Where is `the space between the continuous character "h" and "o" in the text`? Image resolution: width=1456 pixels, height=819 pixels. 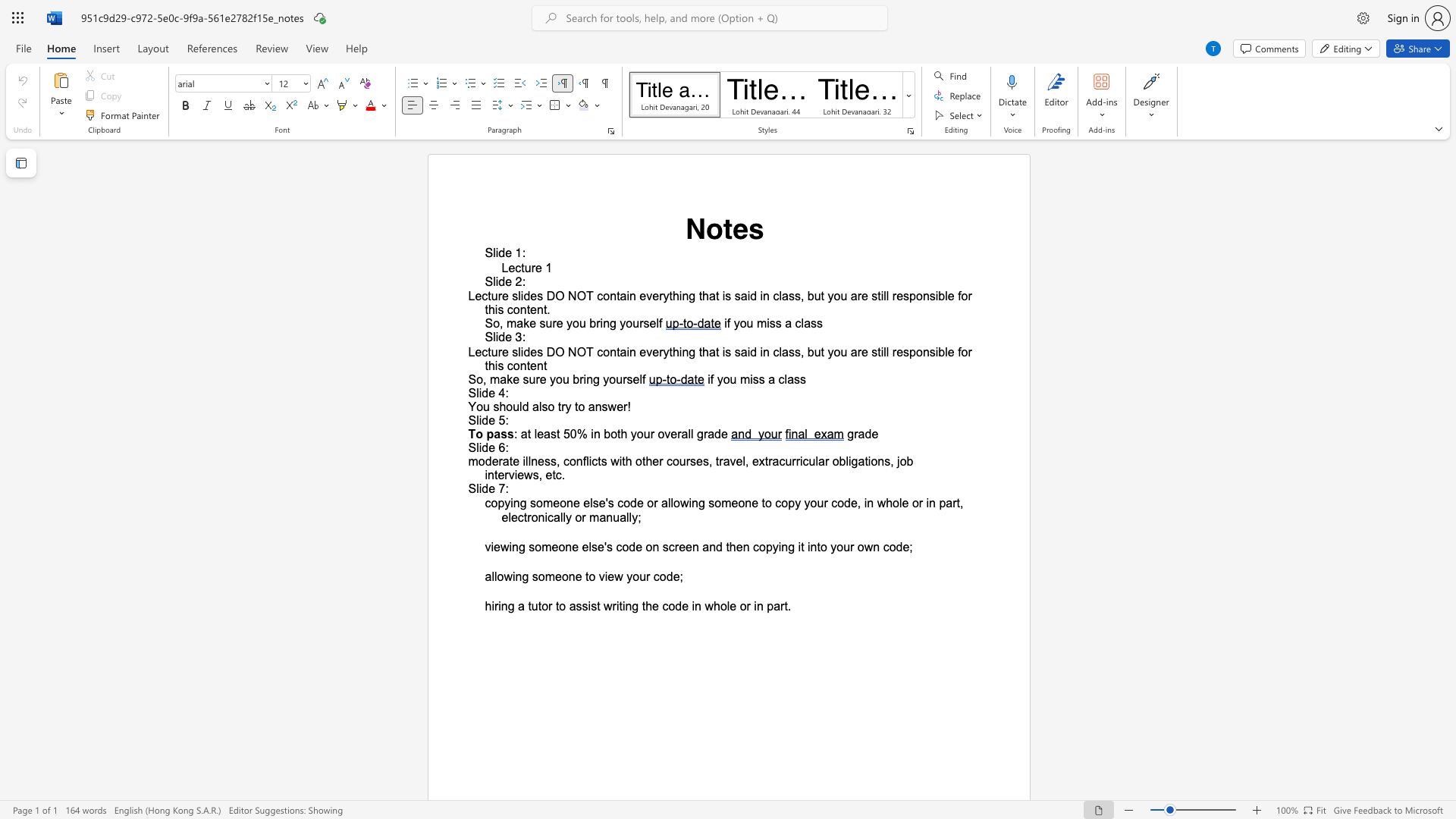 the space between the continuous character "h" and "o" in the text is located at coordinates (719, 605).